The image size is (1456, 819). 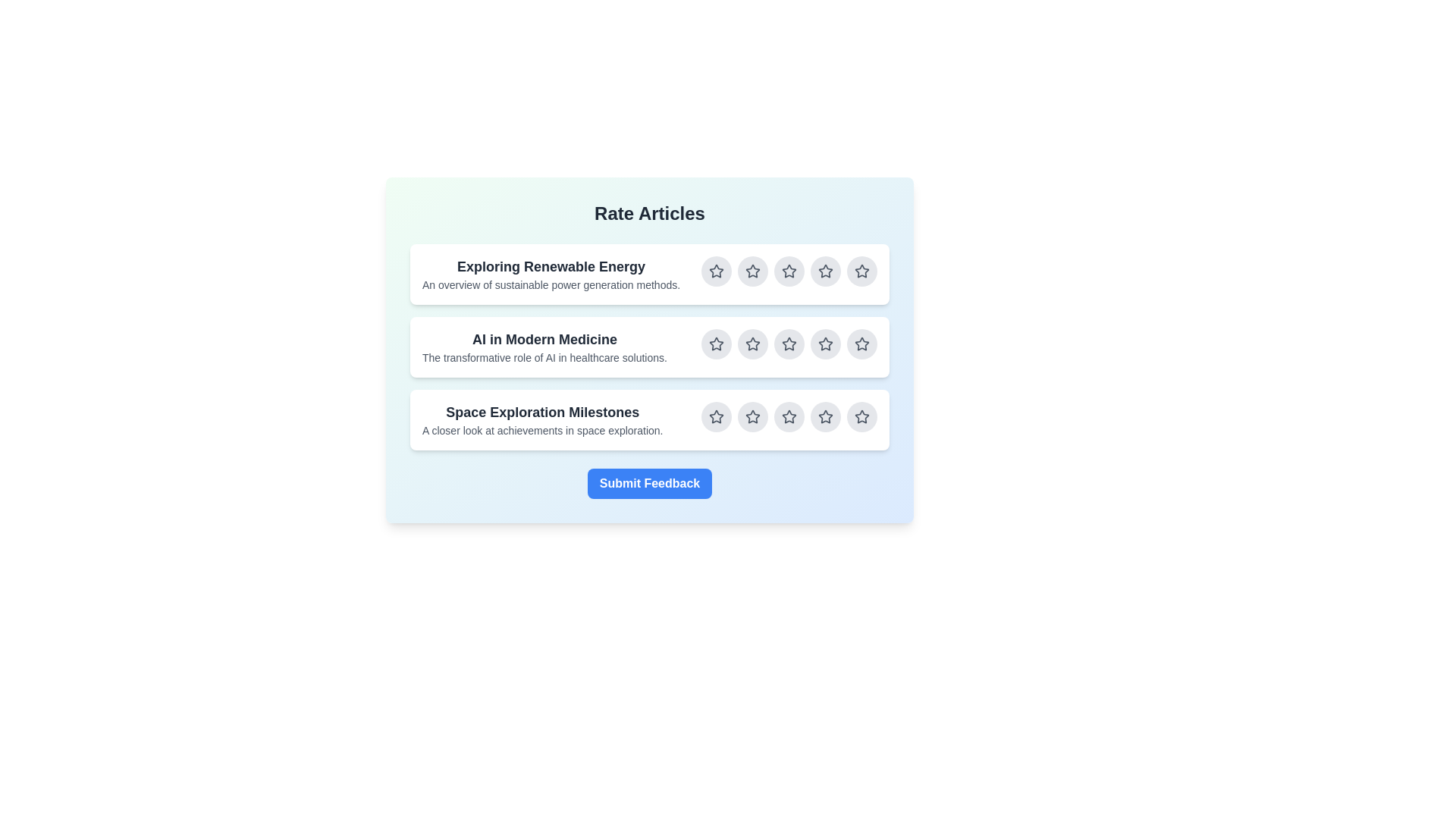 What do you see at coordinates (753, 271) in the screenshot?
I see `the rating for an article to 2 stars by clicking on the corresponding star` at bounding box center [753, 271].